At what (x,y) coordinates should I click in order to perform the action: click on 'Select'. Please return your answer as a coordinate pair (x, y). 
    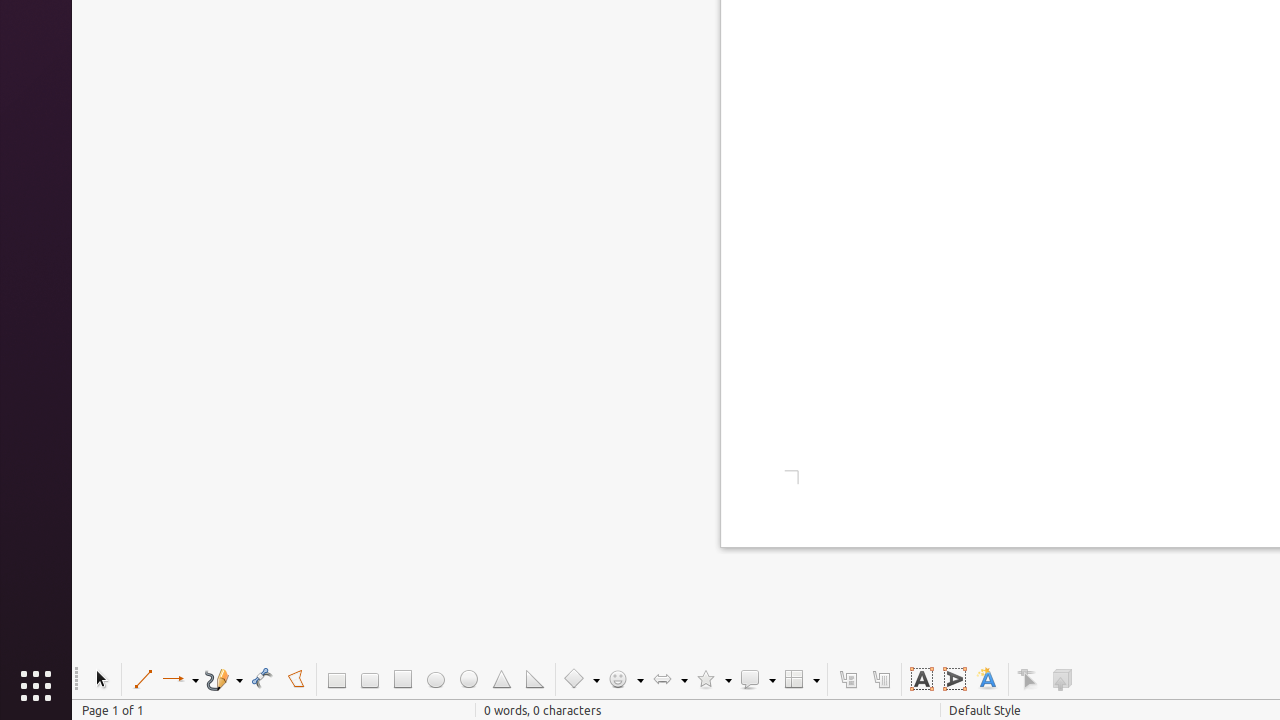
    Looking at the image, I should click on (99, 678).